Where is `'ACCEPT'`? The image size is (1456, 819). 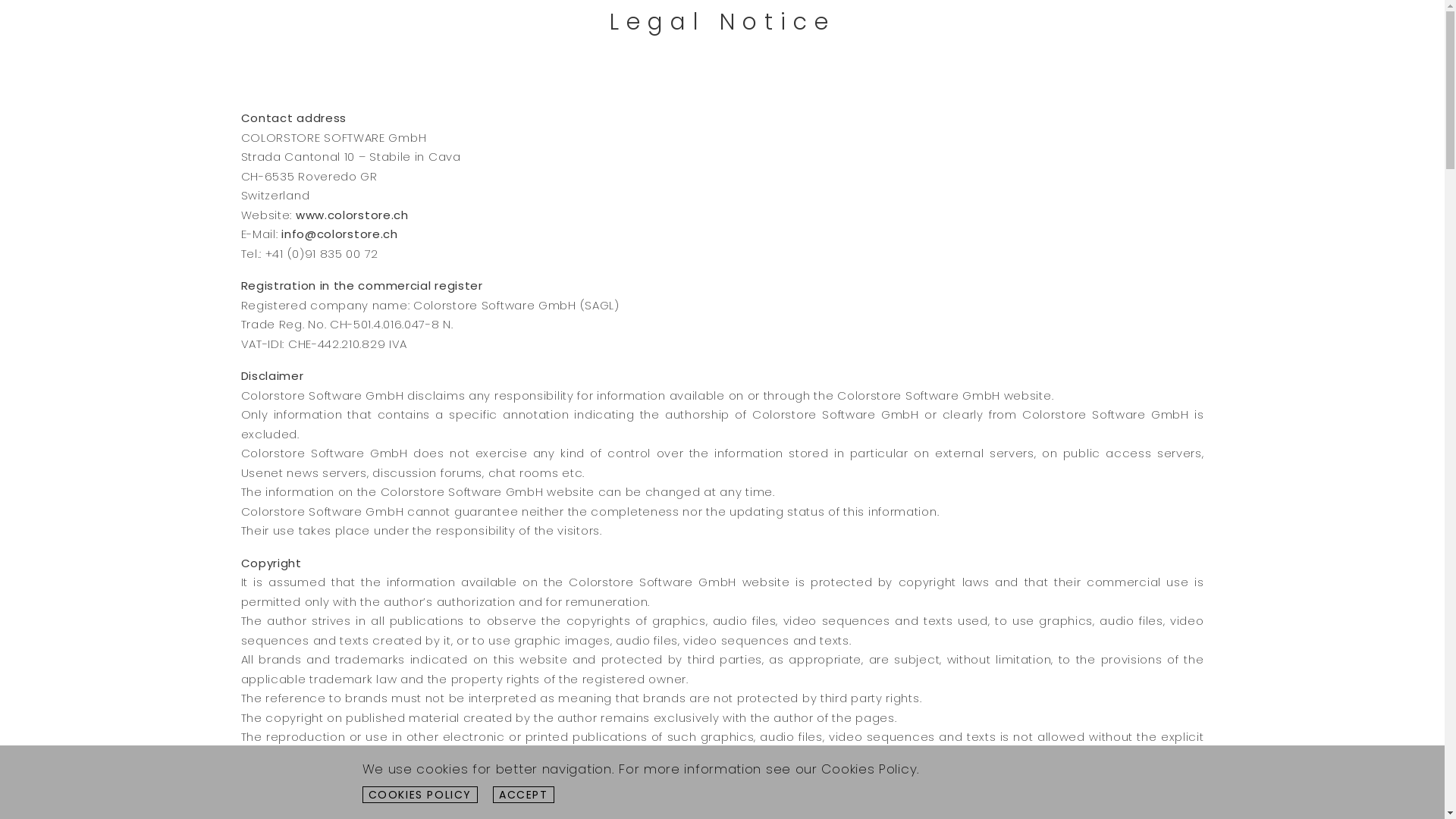
'ACCEPT' is located at coordinates (492, 794).